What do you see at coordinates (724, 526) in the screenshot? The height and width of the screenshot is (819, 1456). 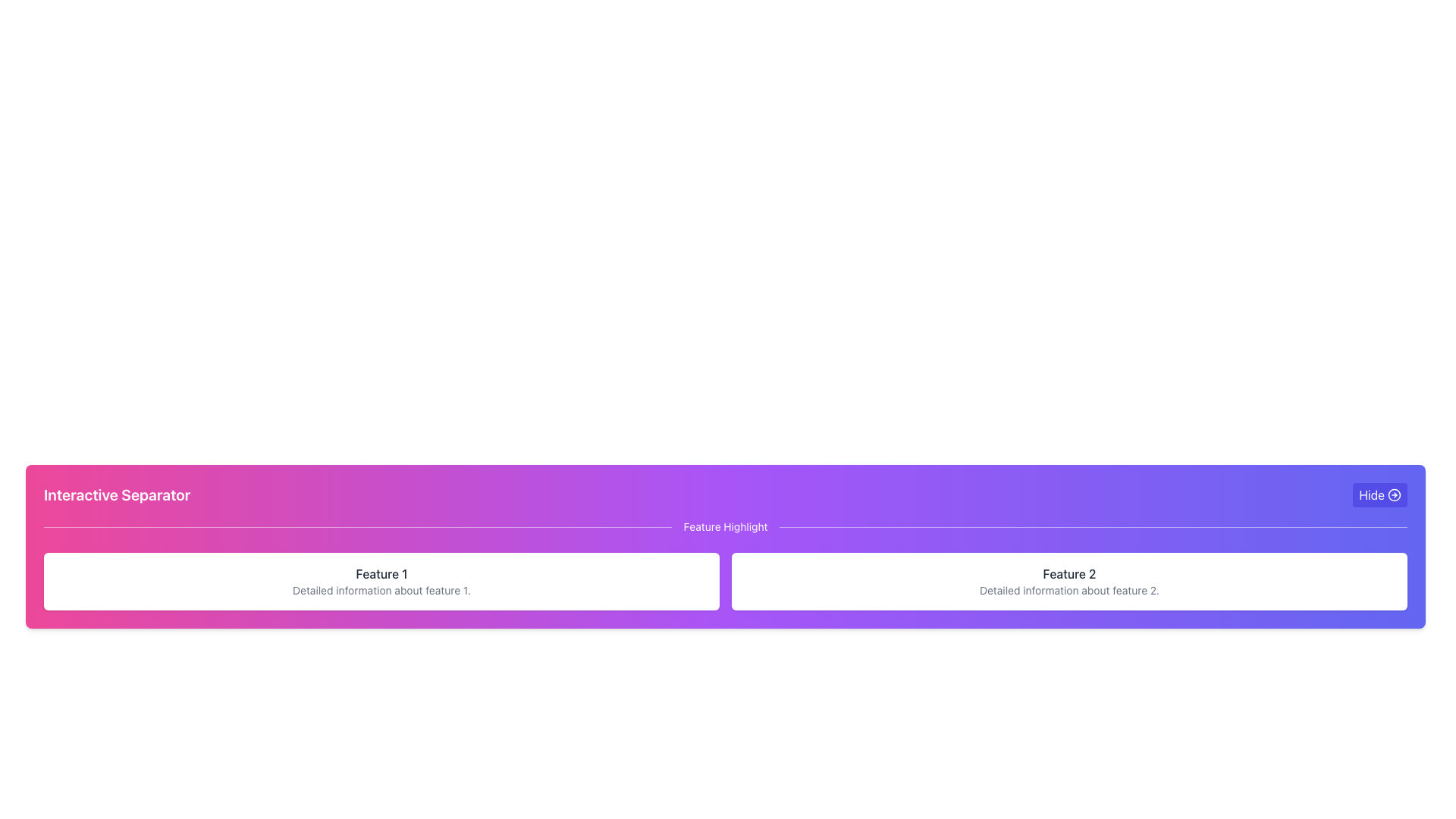 I see `the Decorative separator with text that highlights the features segment in the interface, located centrally below the title 'Interactive Separator'` at bounding box center [724, 526].